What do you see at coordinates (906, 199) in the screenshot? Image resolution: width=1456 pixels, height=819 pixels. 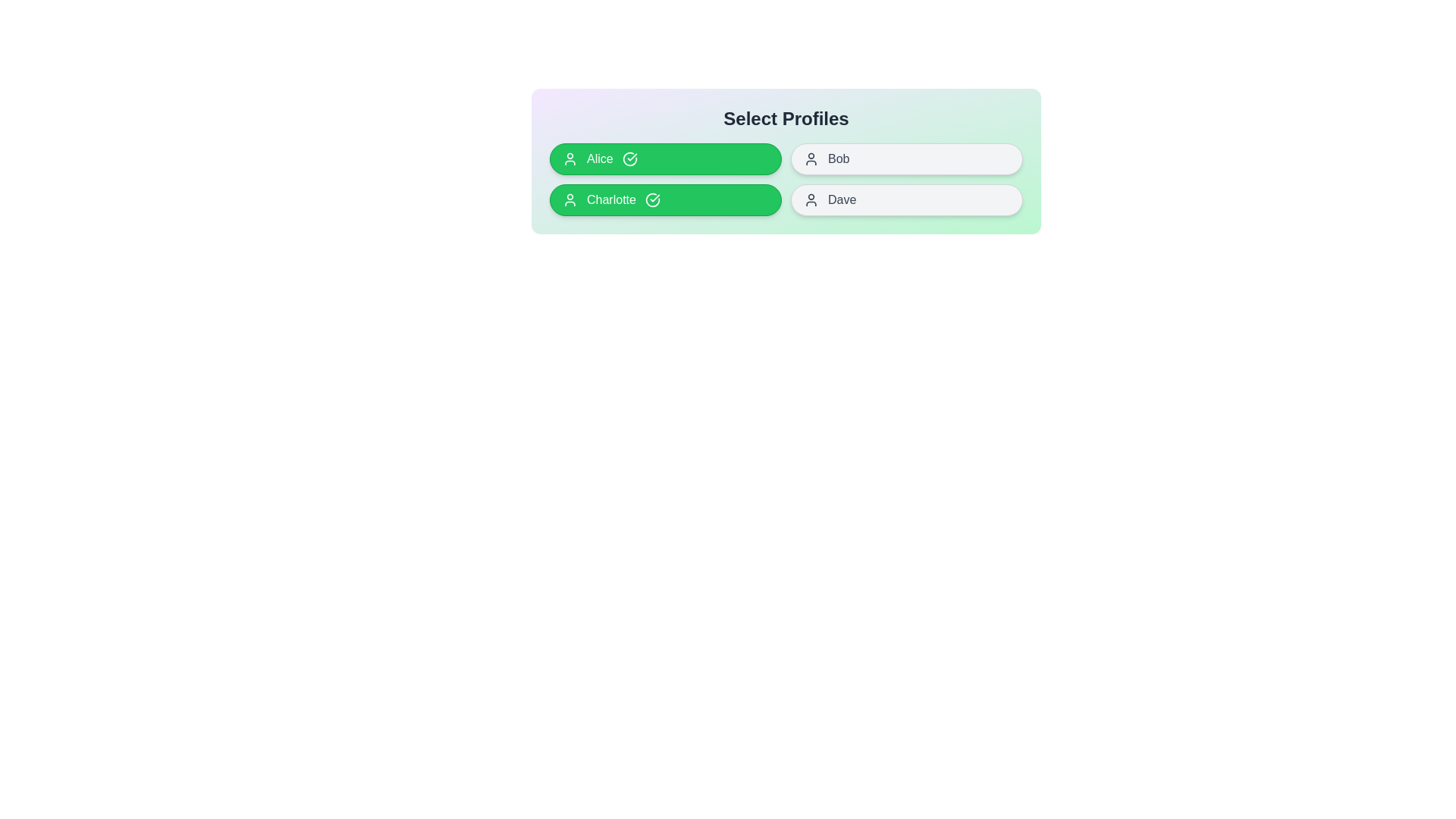 I see `the profile named Dave` at bounding box center [906, 199].